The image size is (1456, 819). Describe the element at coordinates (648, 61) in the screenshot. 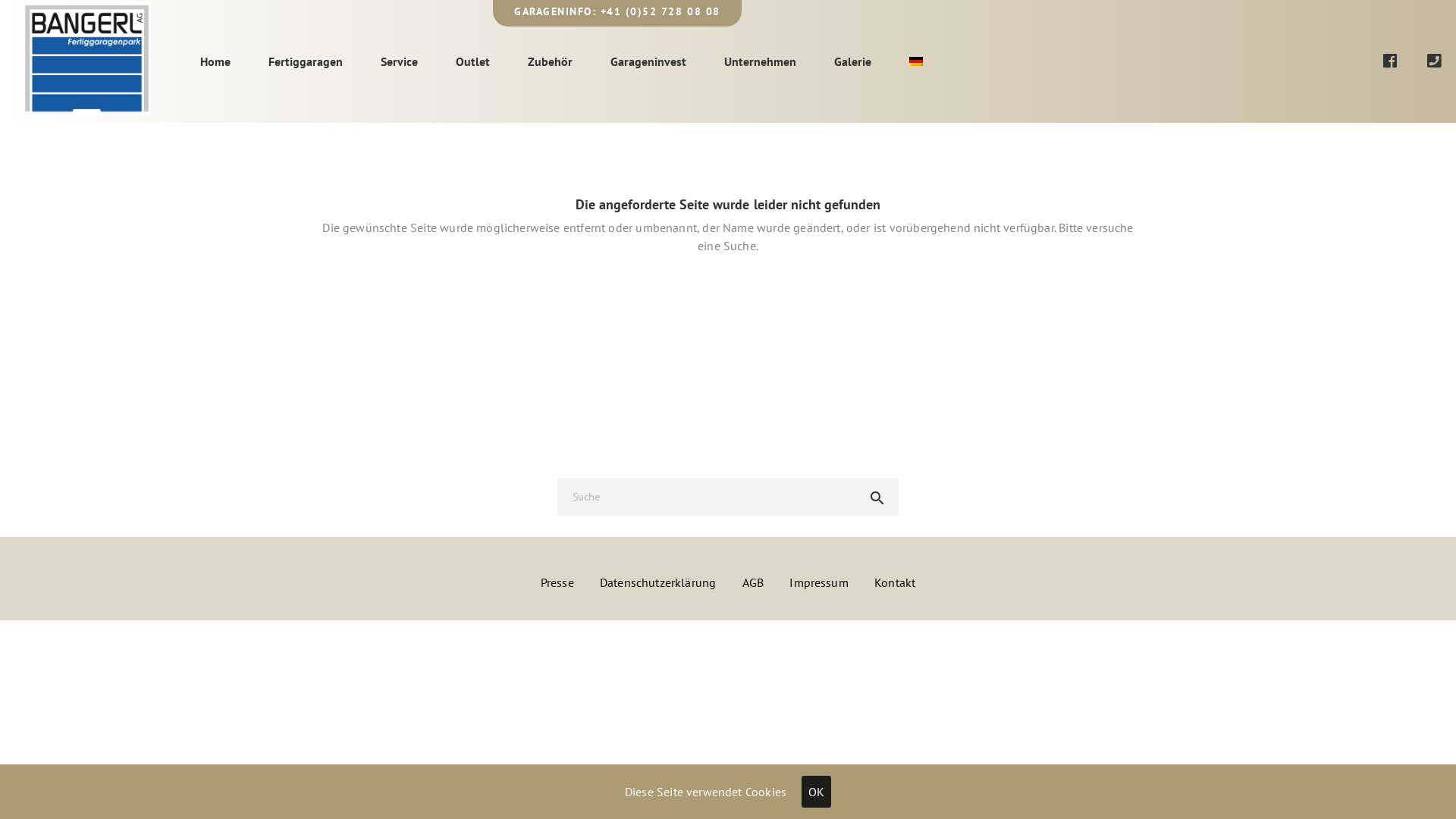

I see `'Garageninvest'` at that location.